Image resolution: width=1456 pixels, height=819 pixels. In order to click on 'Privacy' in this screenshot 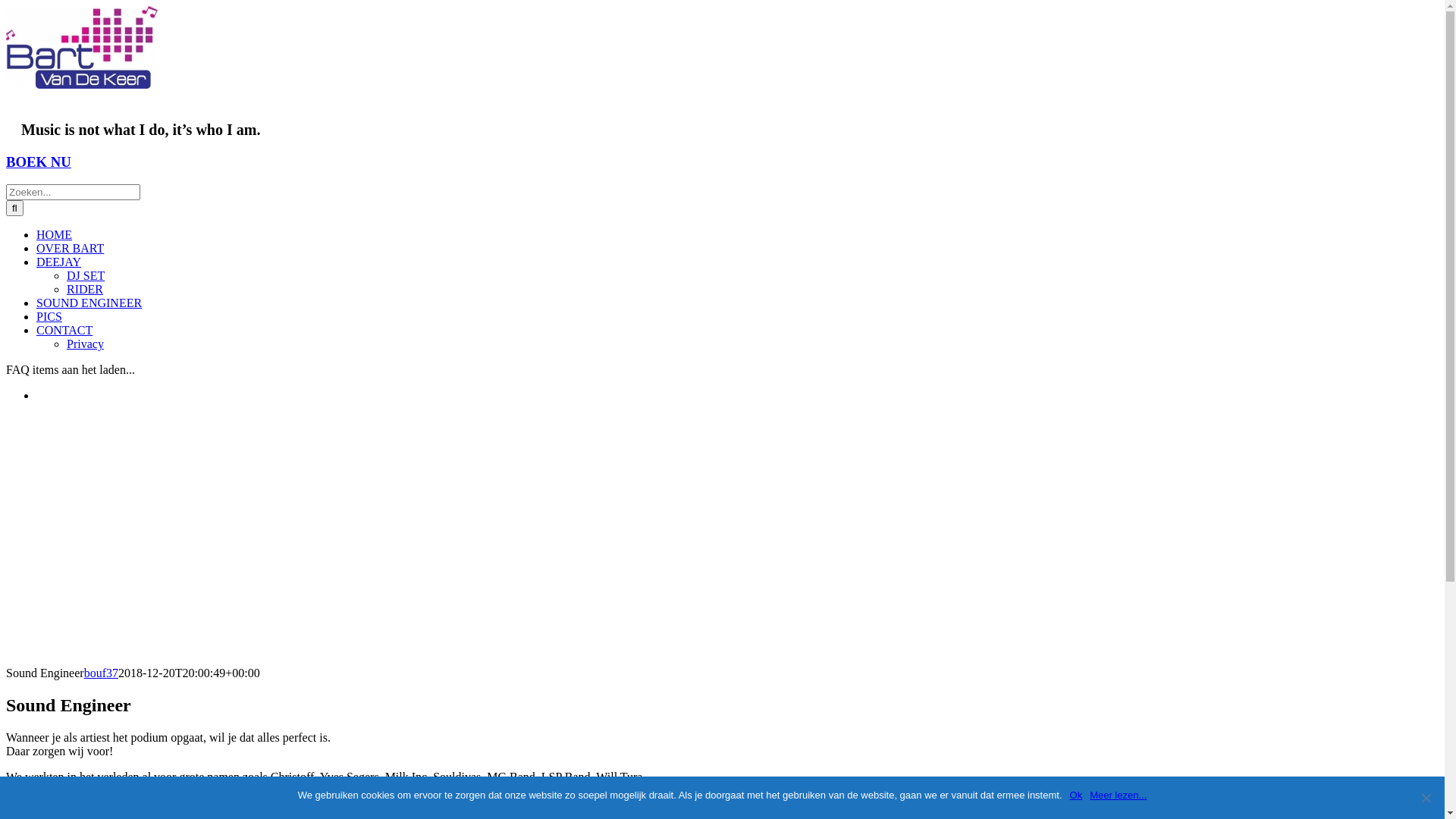, I will do `click(84, 344)`.